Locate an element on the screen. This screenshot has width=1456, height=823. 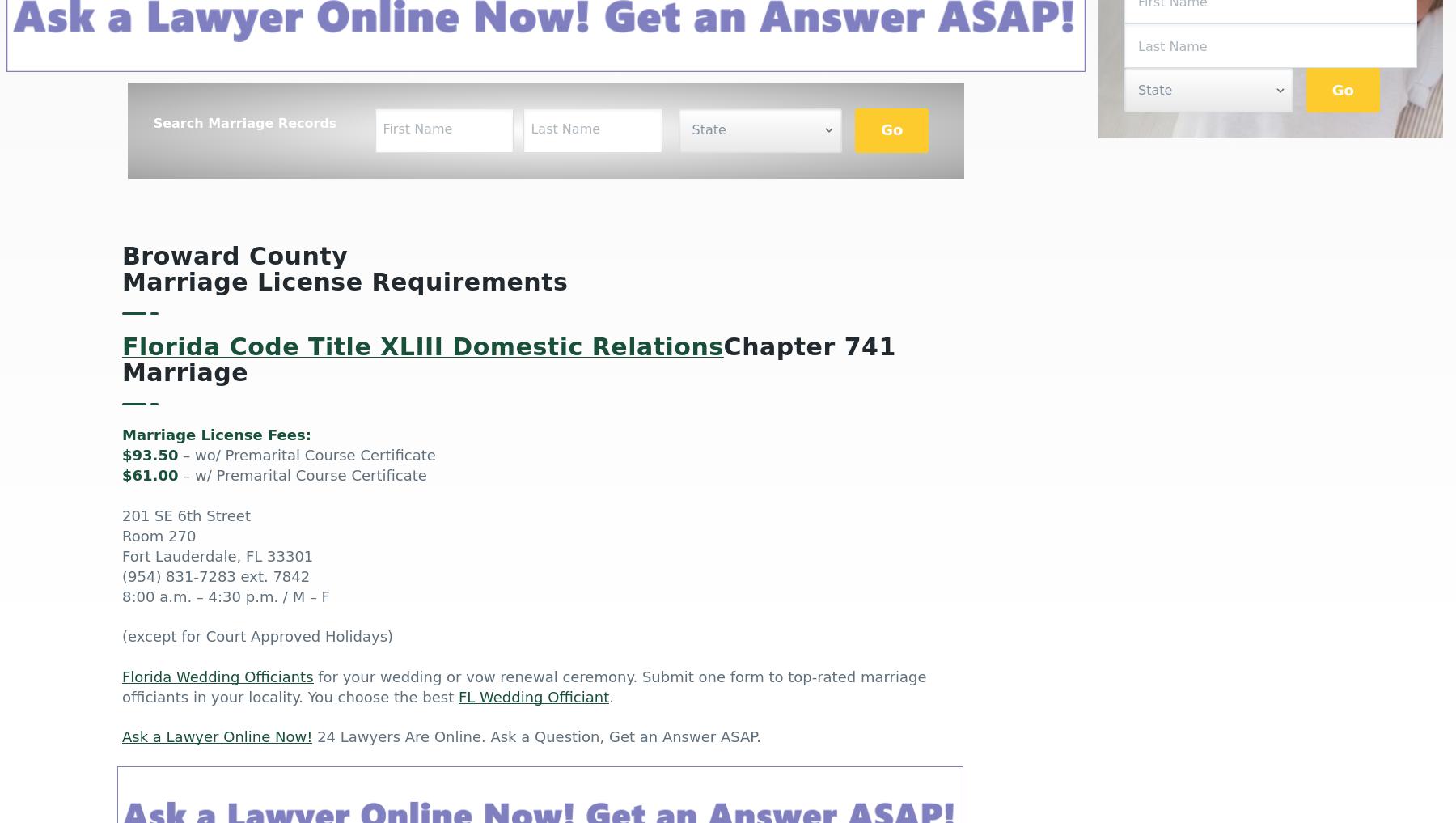
'.' is located at coordinates (610, 698).